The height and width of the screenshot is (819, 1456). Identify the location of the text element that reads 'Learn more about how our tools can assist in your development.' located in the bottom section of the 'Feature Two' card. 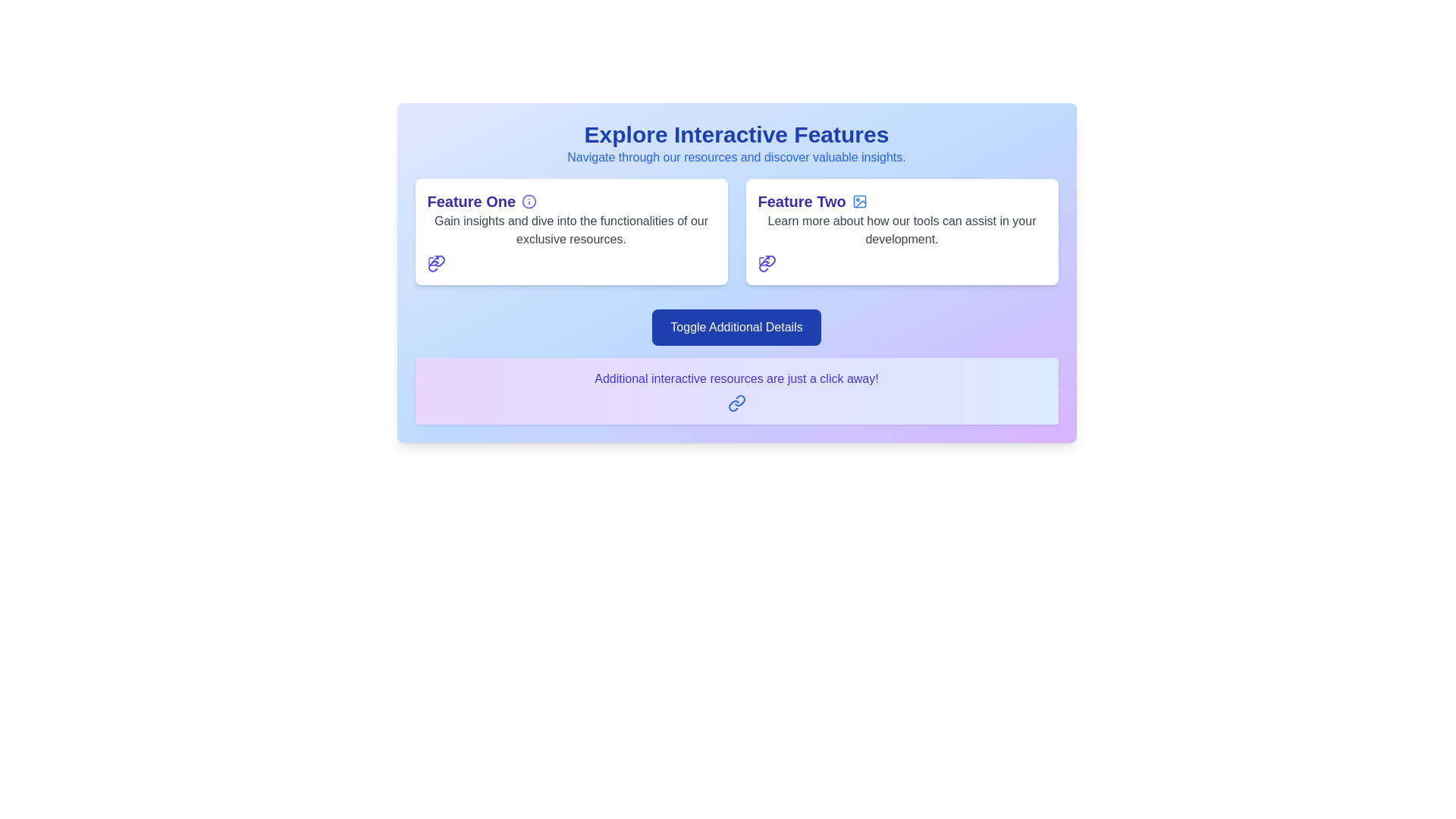
(902, 231).